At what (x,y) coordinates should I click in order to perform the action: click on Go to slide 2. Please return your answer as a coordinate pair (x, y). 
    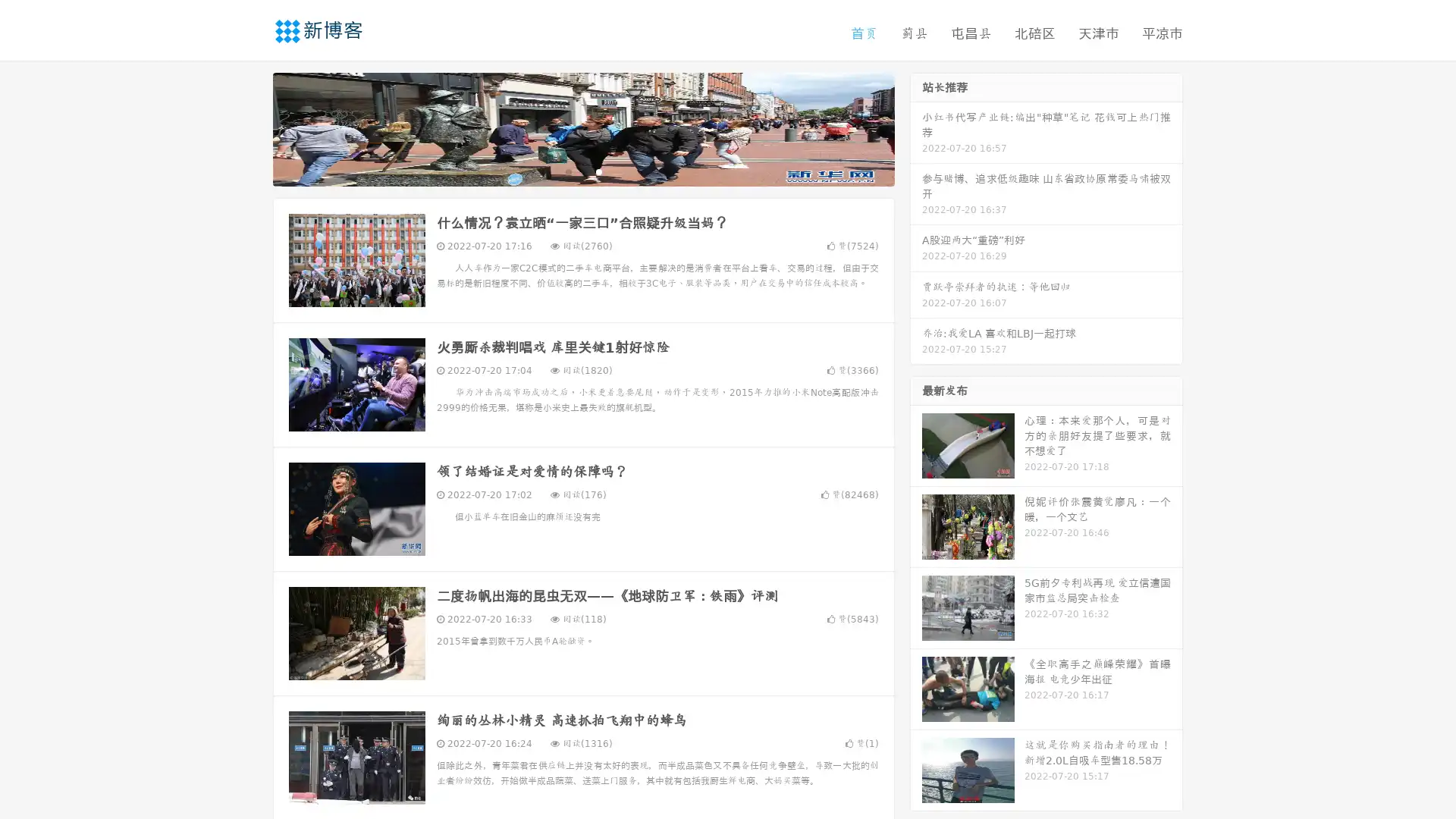
    Looking at the image, I should click on (582, 171).